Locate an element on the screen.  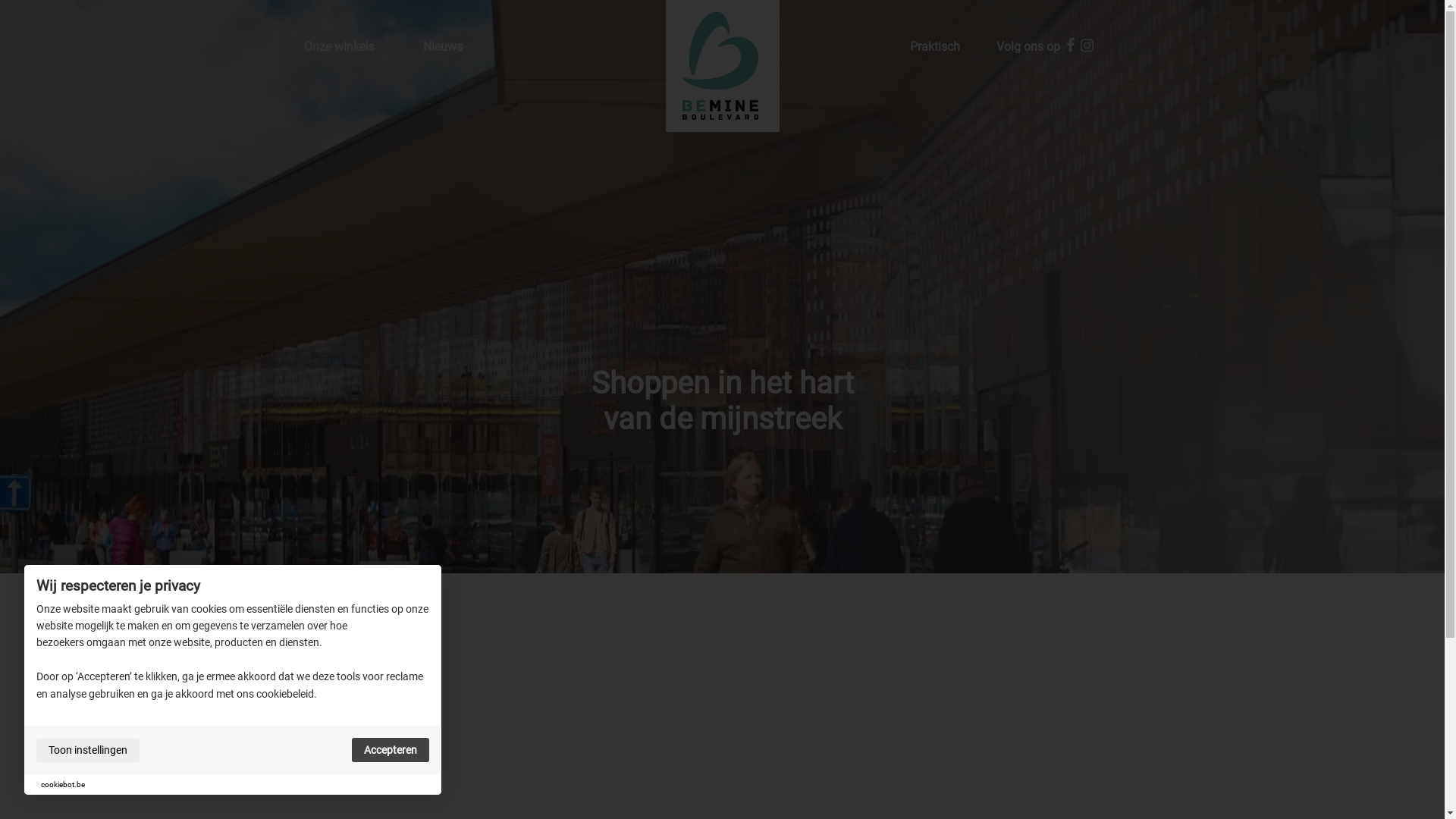
'Instagram' is located at coordinates (1086, 45).